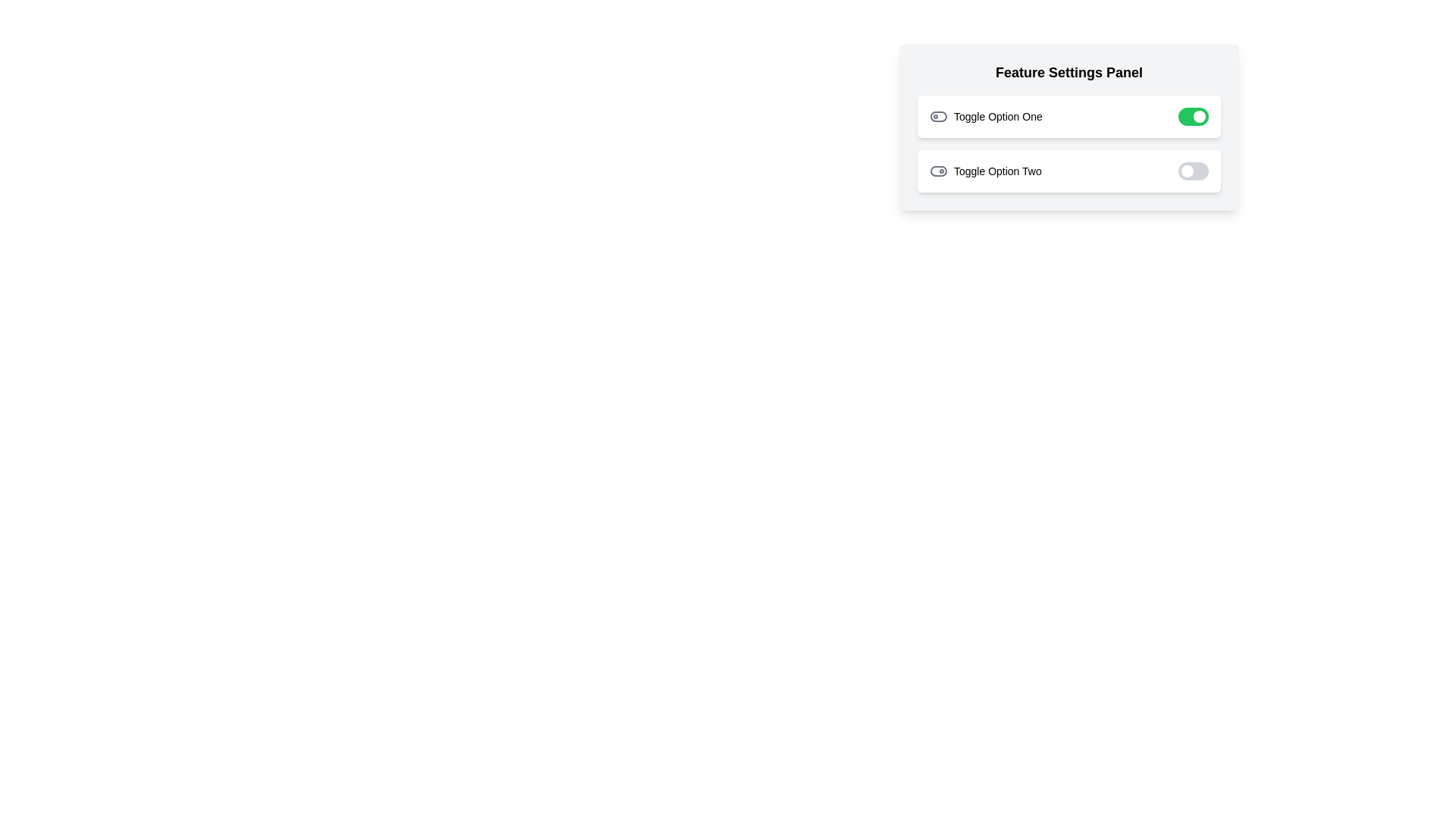  Describe the element at coordinates (1068, 171) in the screenshot. I see `the 'Toggle Option Two' switch` at that location.